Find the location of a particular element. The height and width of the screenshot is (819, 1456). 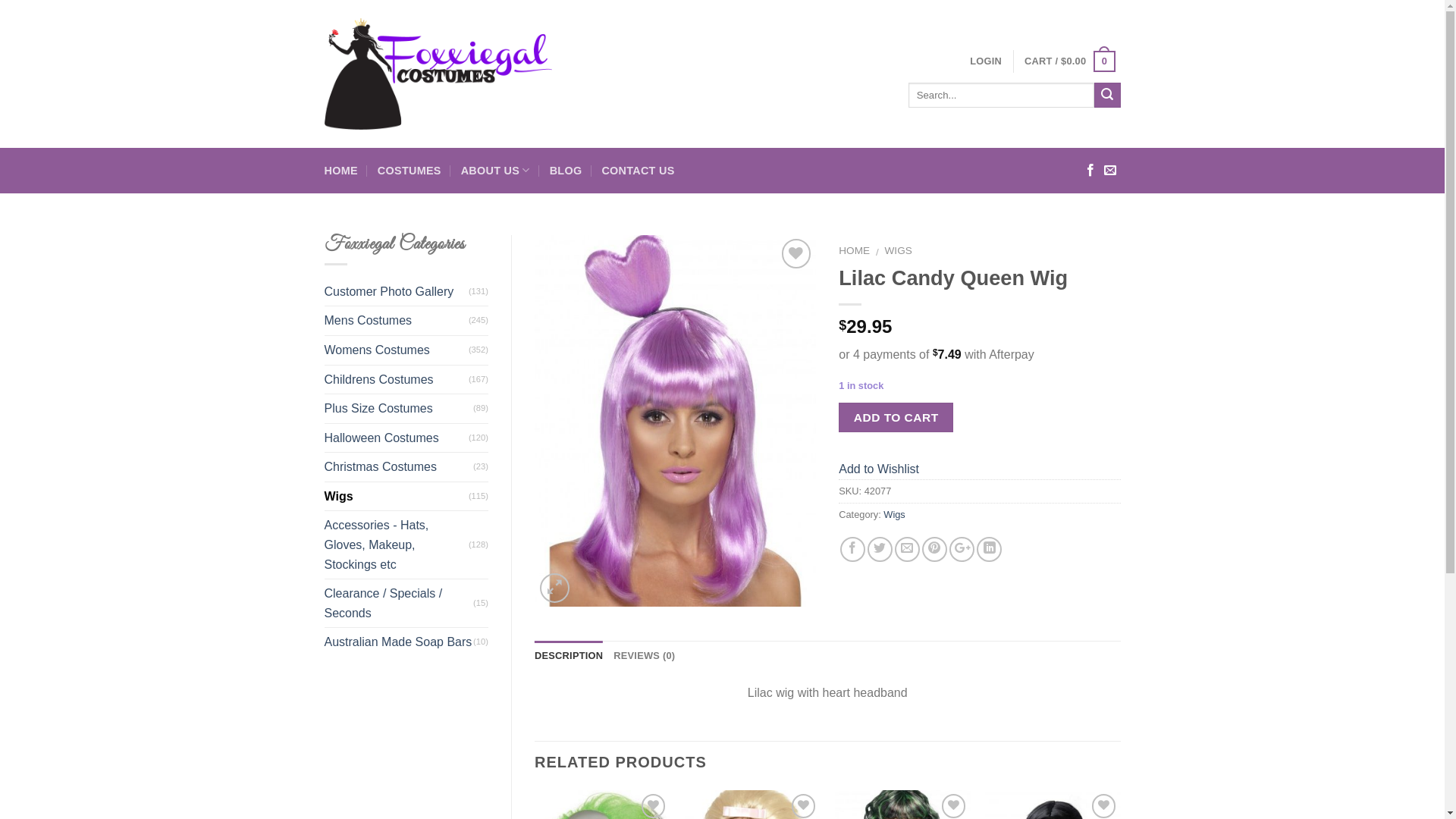

'Accessories - Hats, Gloves, Makeup, Stockings etc' is located at coordinates (397, 544).